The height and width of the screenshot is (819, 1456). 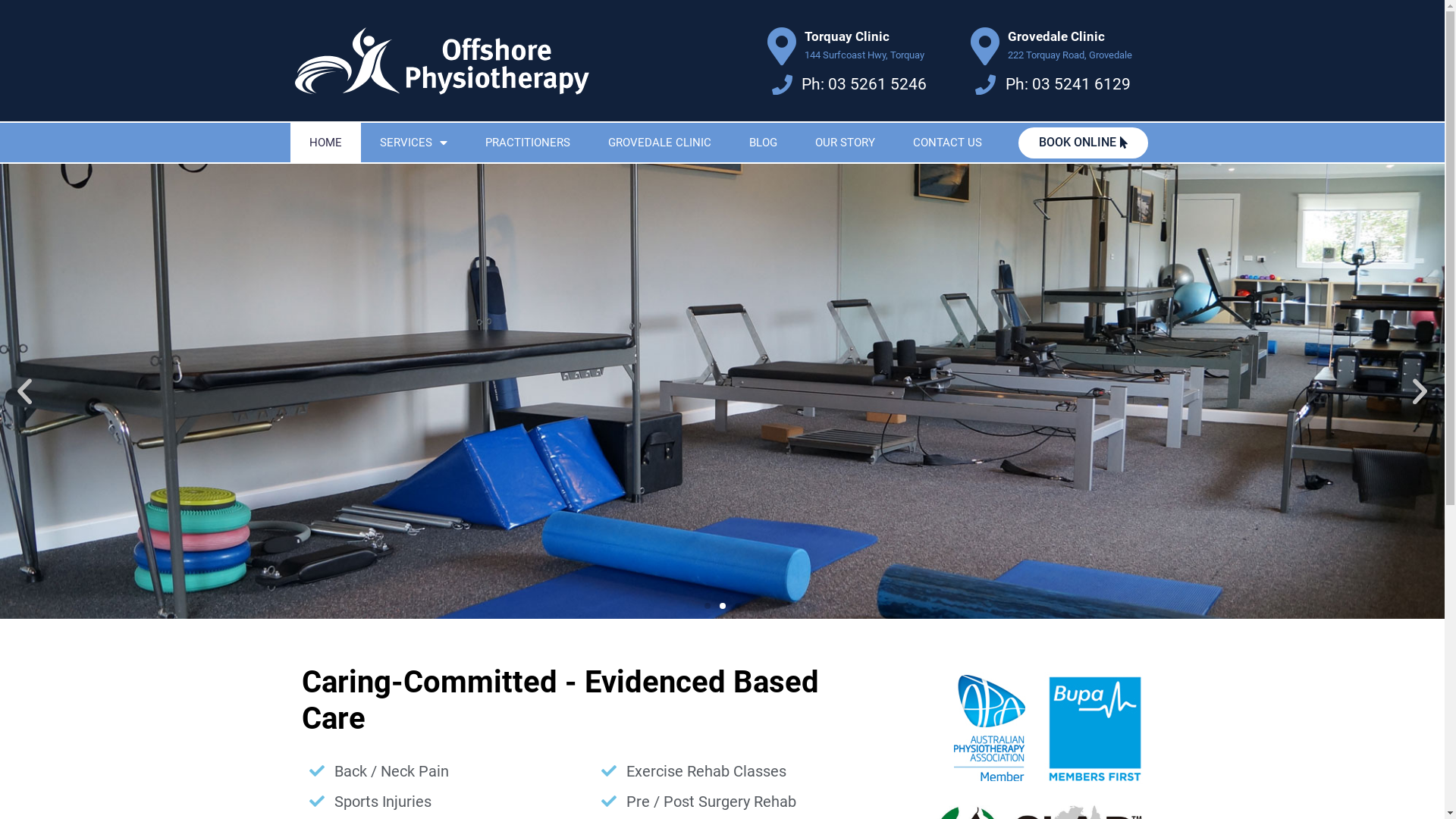 What do you see at coordinates (527, 143) in the screenshot?
I see `'PRACTITIONERS'` at bounding box center [527, 143].